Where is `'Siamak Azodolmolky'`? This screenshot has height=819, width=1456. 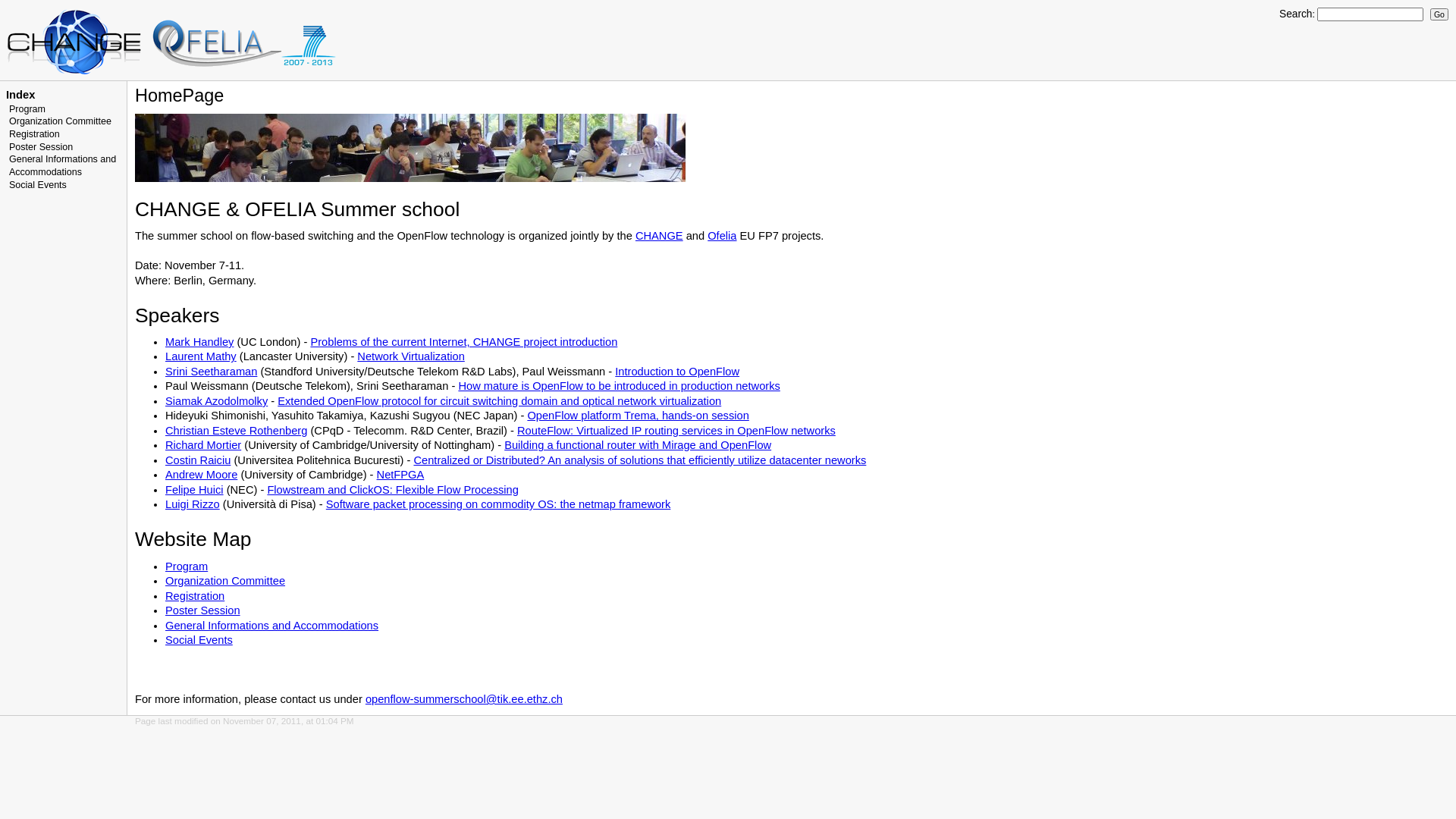
'Siamak Azodolmolky' is located at coordinates (215, 400).